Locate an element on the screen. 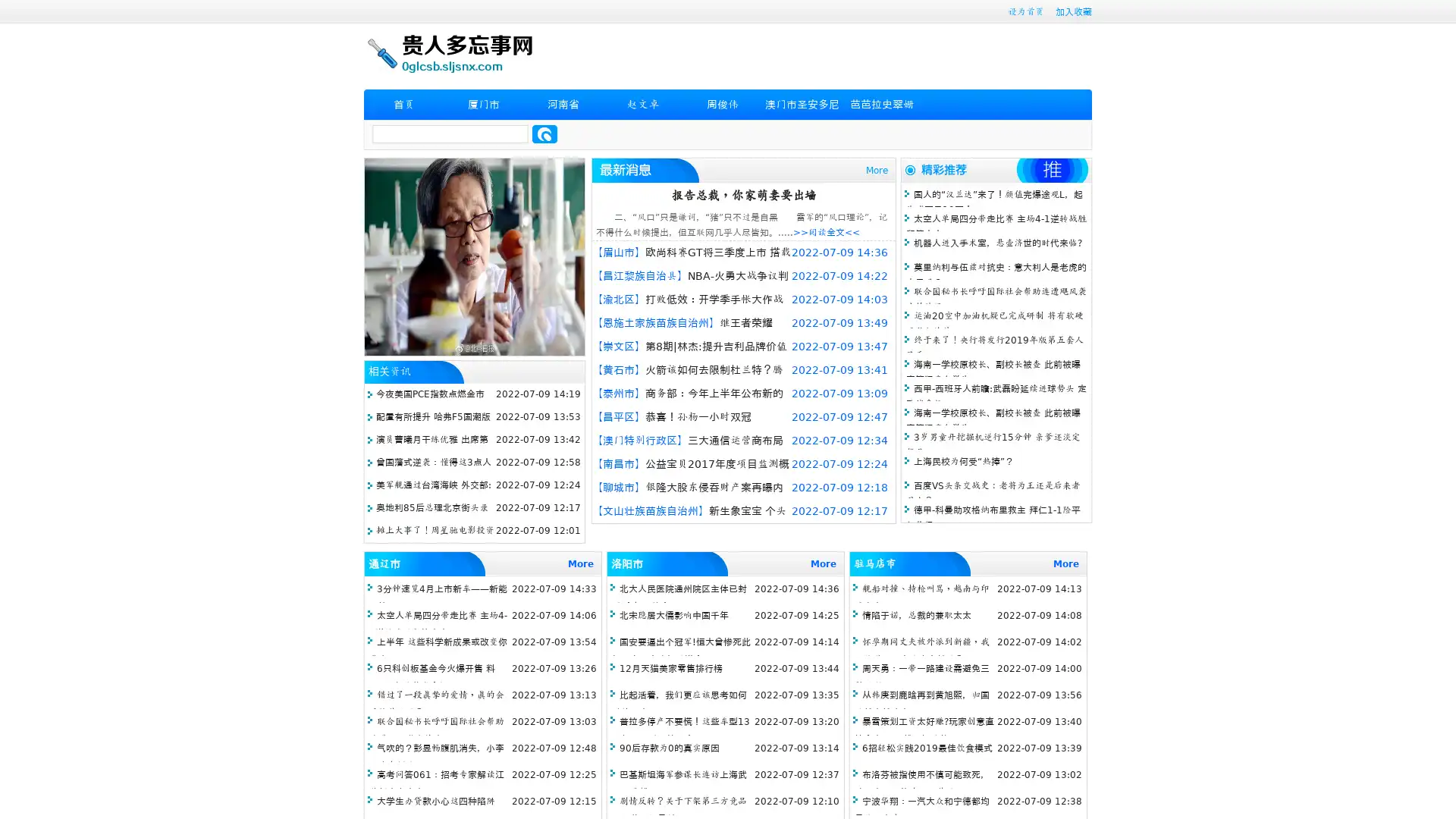 The height and width of the screenshot is (819, 1456). Search is located at coordinates (544, 133).